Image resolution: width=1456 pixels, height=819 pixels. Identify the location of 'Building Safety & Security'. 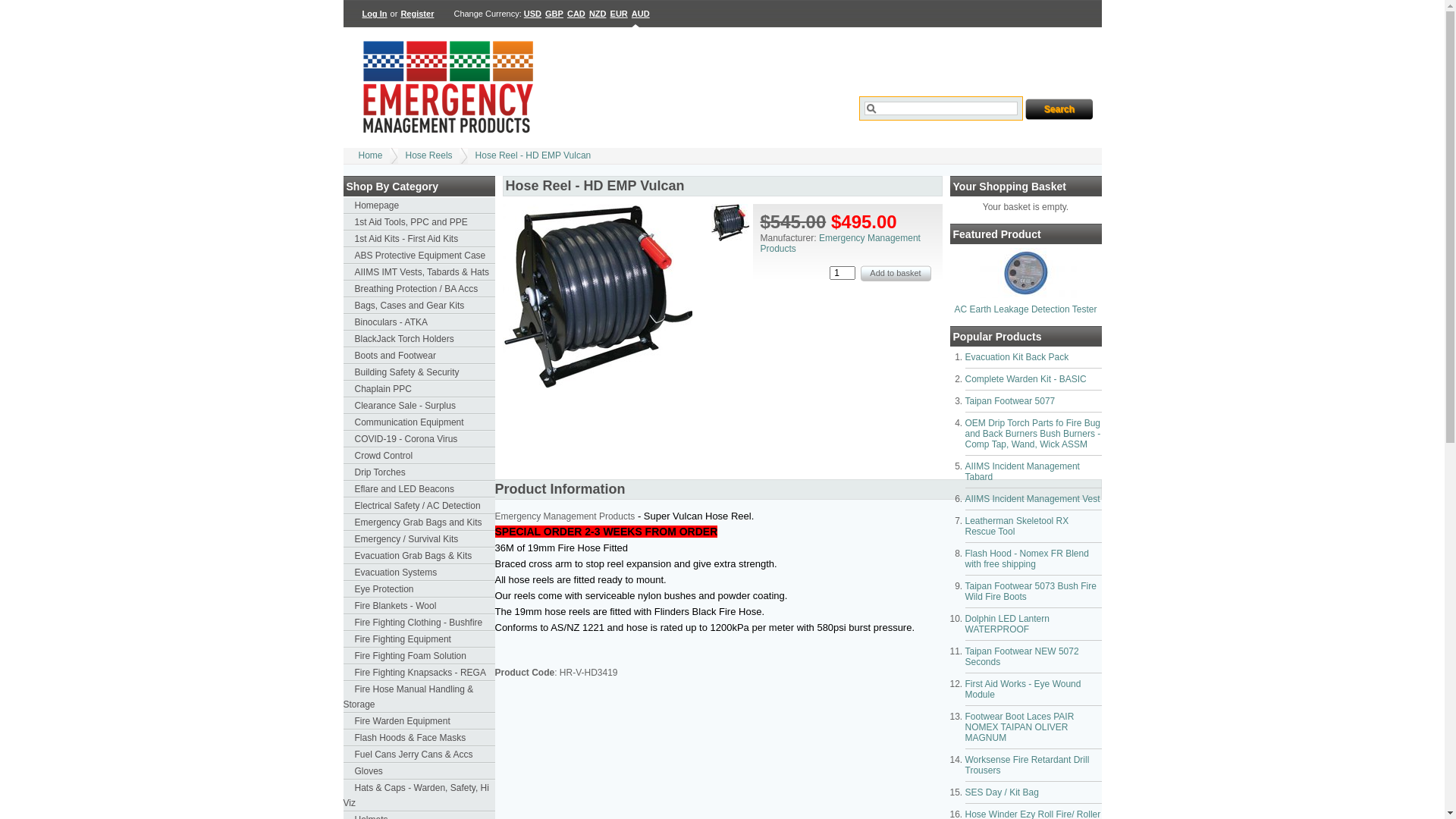
(419, 372).